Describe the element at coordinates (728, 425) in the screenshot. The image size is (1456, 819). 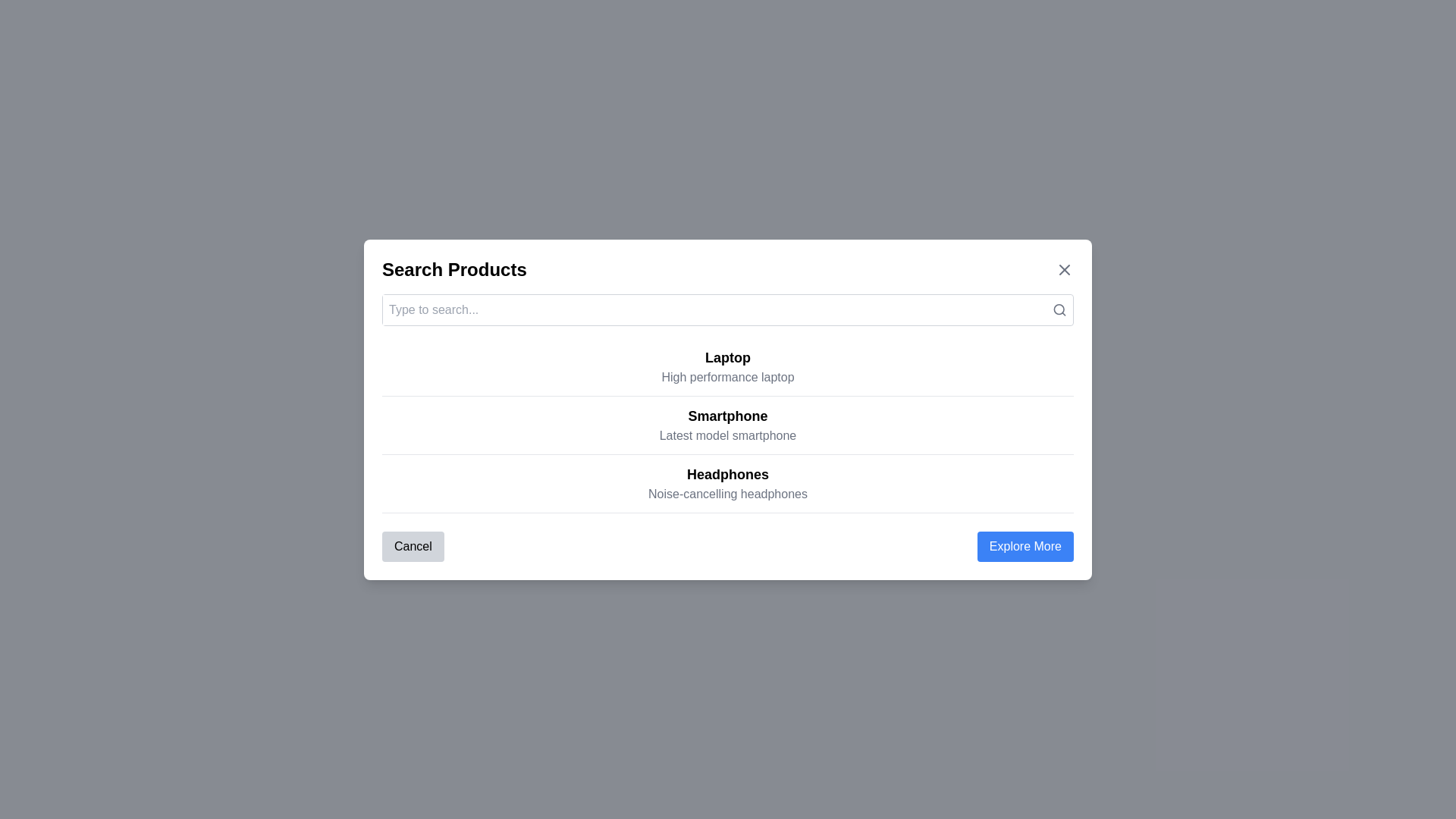
I see `the text block titled 'Smartphone', which features a bold title and a smaller subtitle, centrally aligned in the viewport` at that location.